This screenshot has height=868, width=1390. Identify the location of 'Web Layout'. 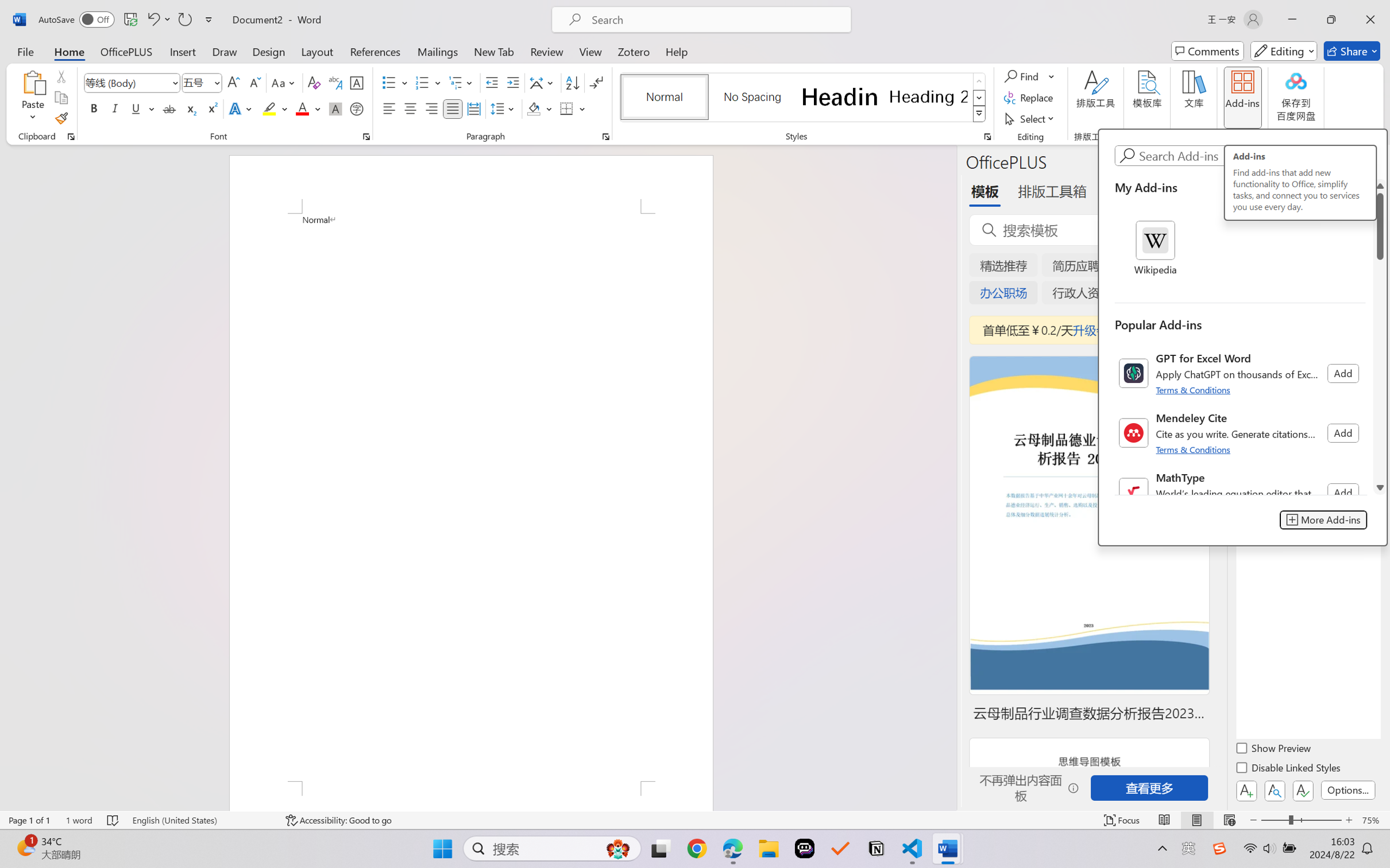
(1229, 820).